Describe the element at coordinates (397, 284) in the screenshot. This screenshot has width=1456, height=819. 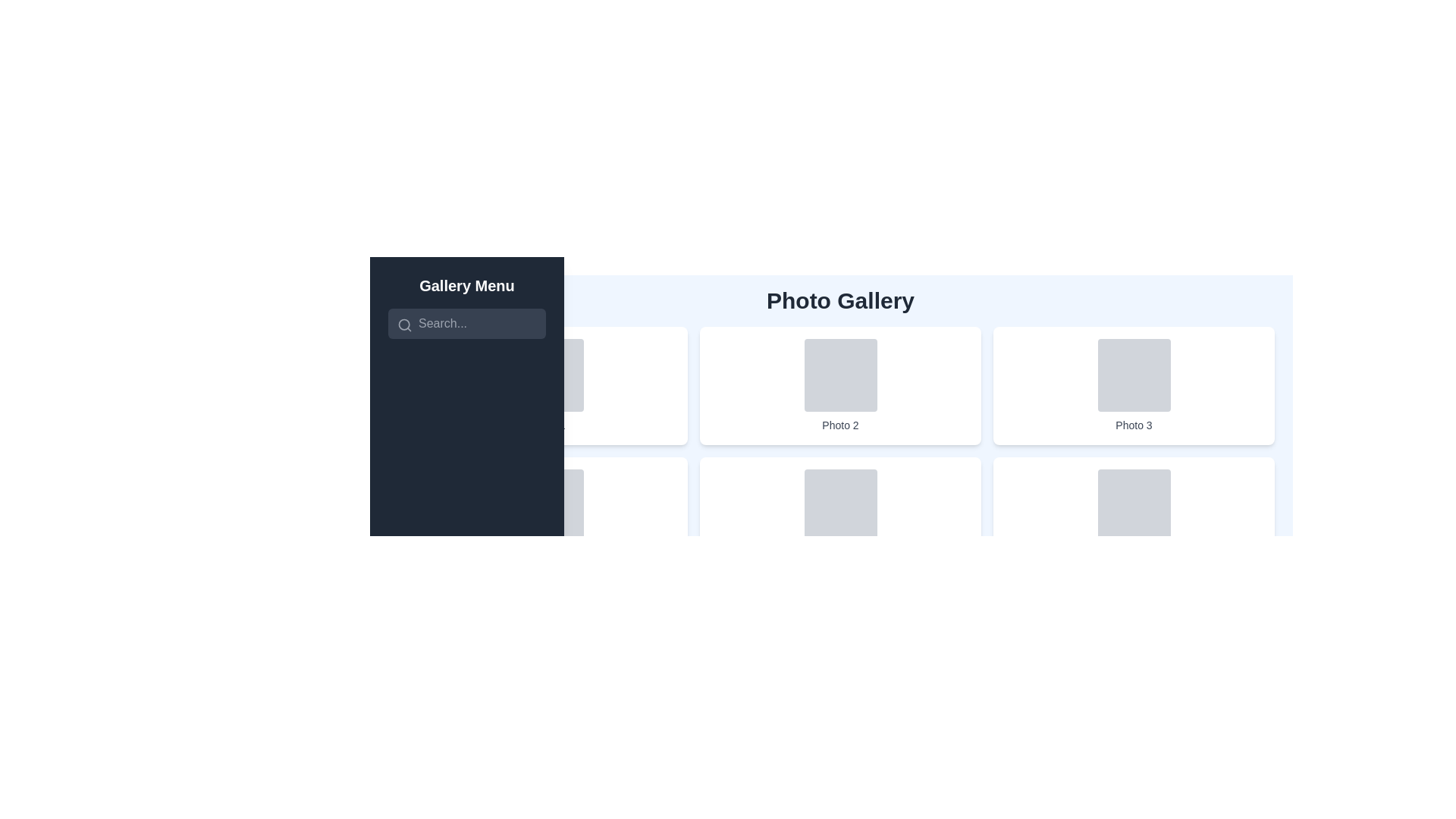
I see `the toggle button to close the drawer` at that location.